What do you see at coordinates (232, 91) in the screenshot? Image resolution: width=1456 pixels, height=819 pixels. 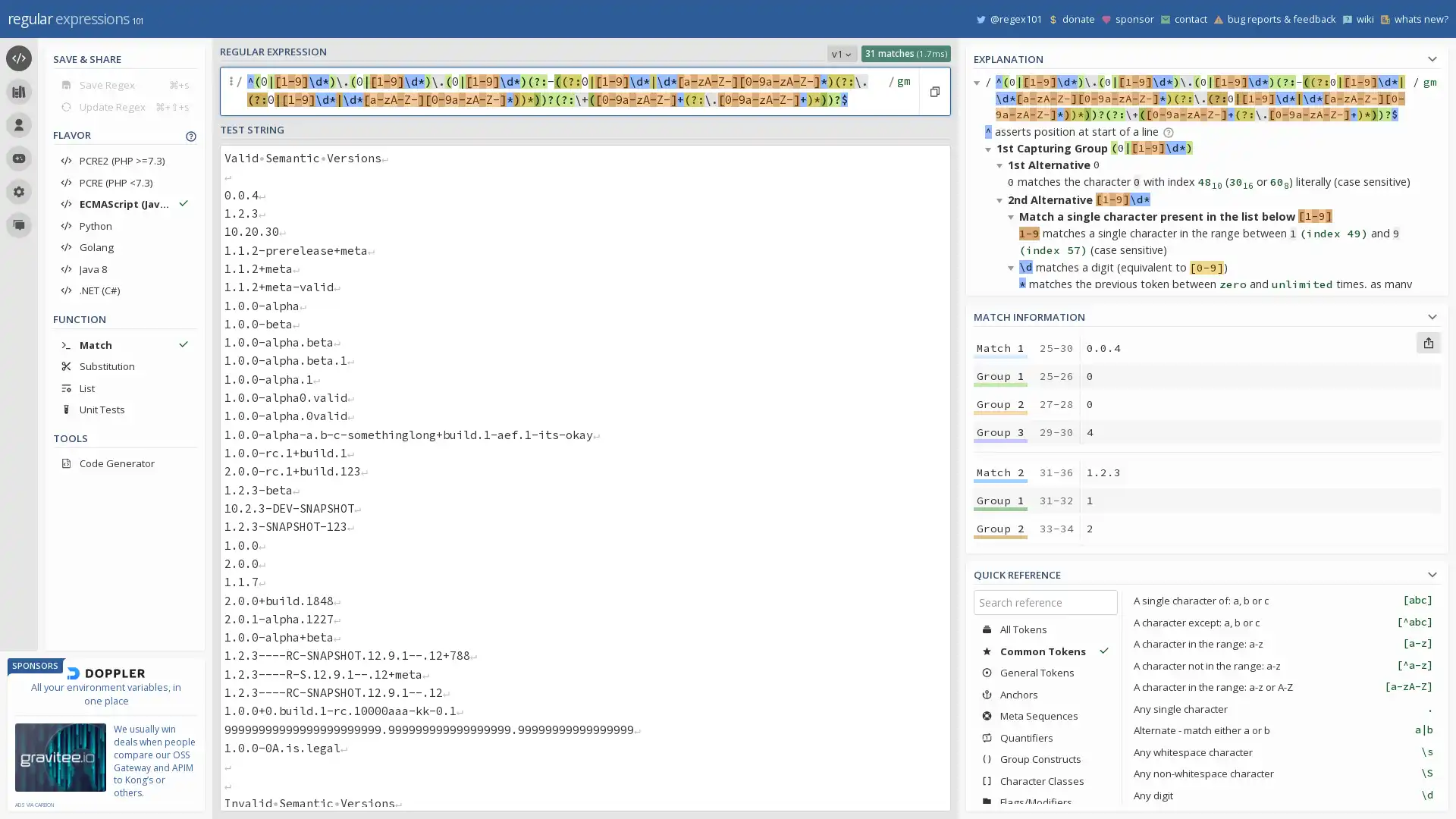 I see `Change delimiter` at bounding box center [232, 91].